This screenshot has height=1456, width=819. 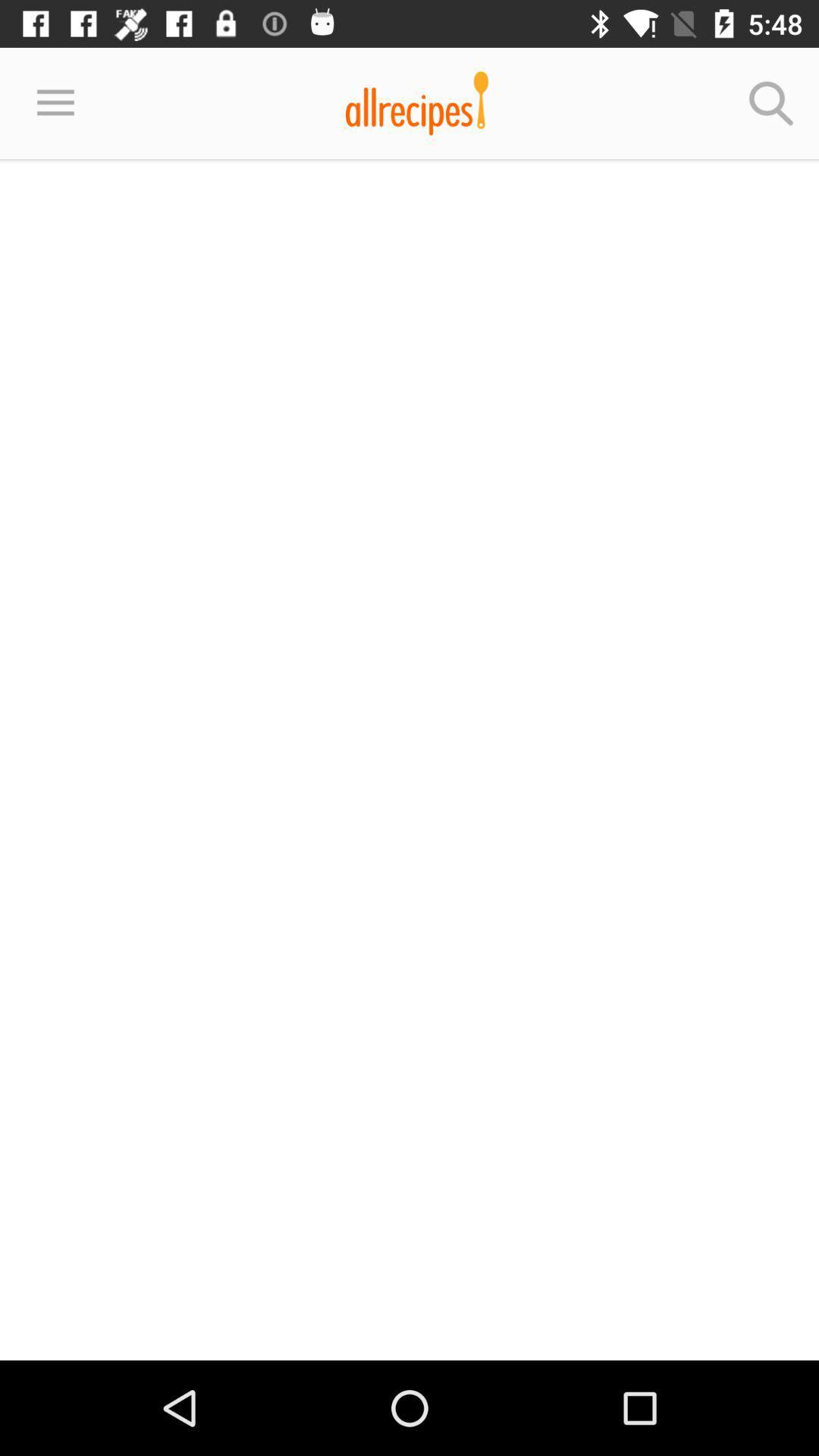 What do you see at coordinates (771, 102) in the screenshot?
I see `icon at the top right corner` at bounding box center [771, 102].